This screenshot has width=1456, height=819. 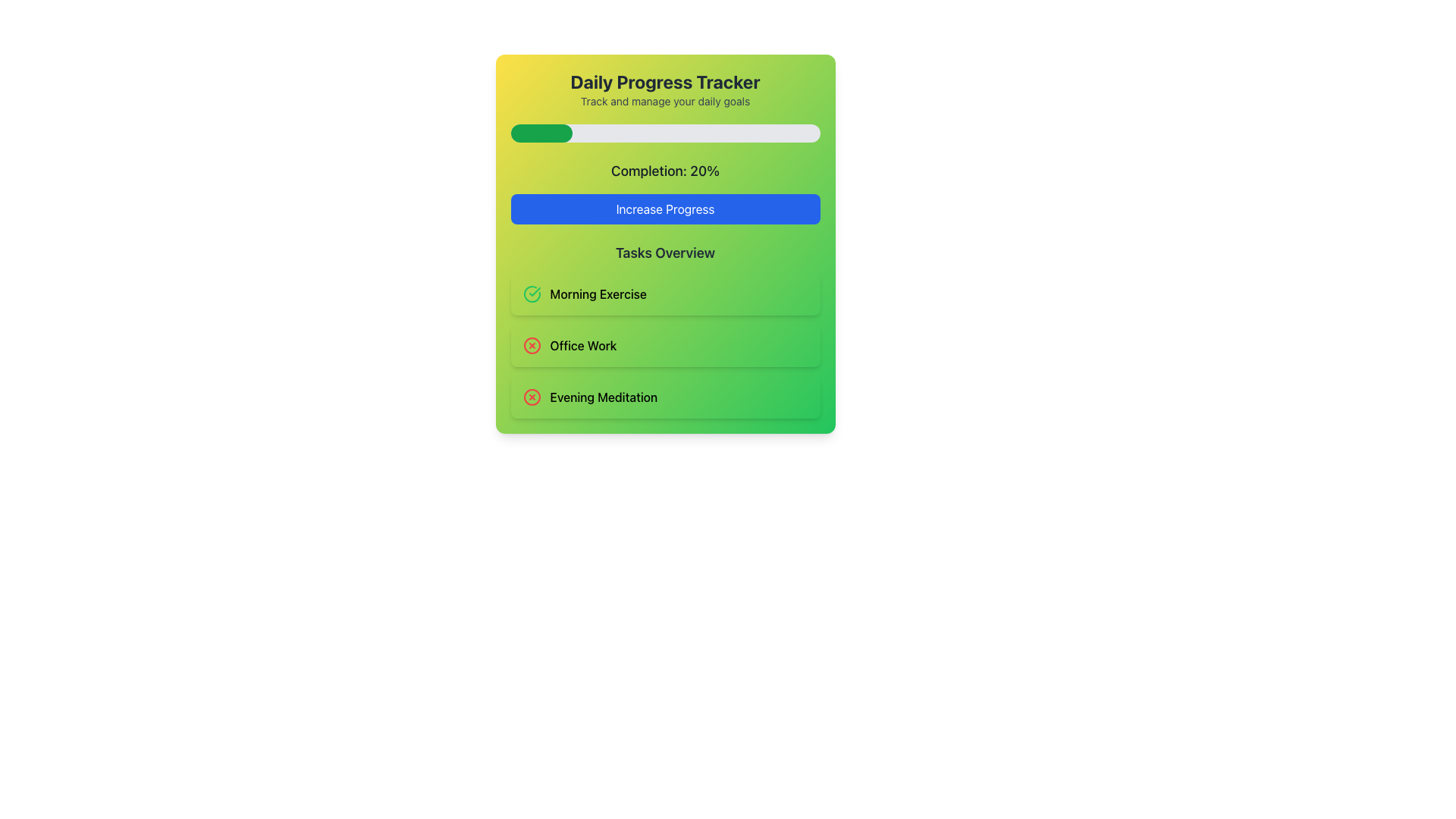 I want to click on the static text label that reads 'Evening Meditation', which is styled with medium font weight and capitalized lettering, located within a green-shaded box at the bottom of the task list, so click(x=603, y=397).